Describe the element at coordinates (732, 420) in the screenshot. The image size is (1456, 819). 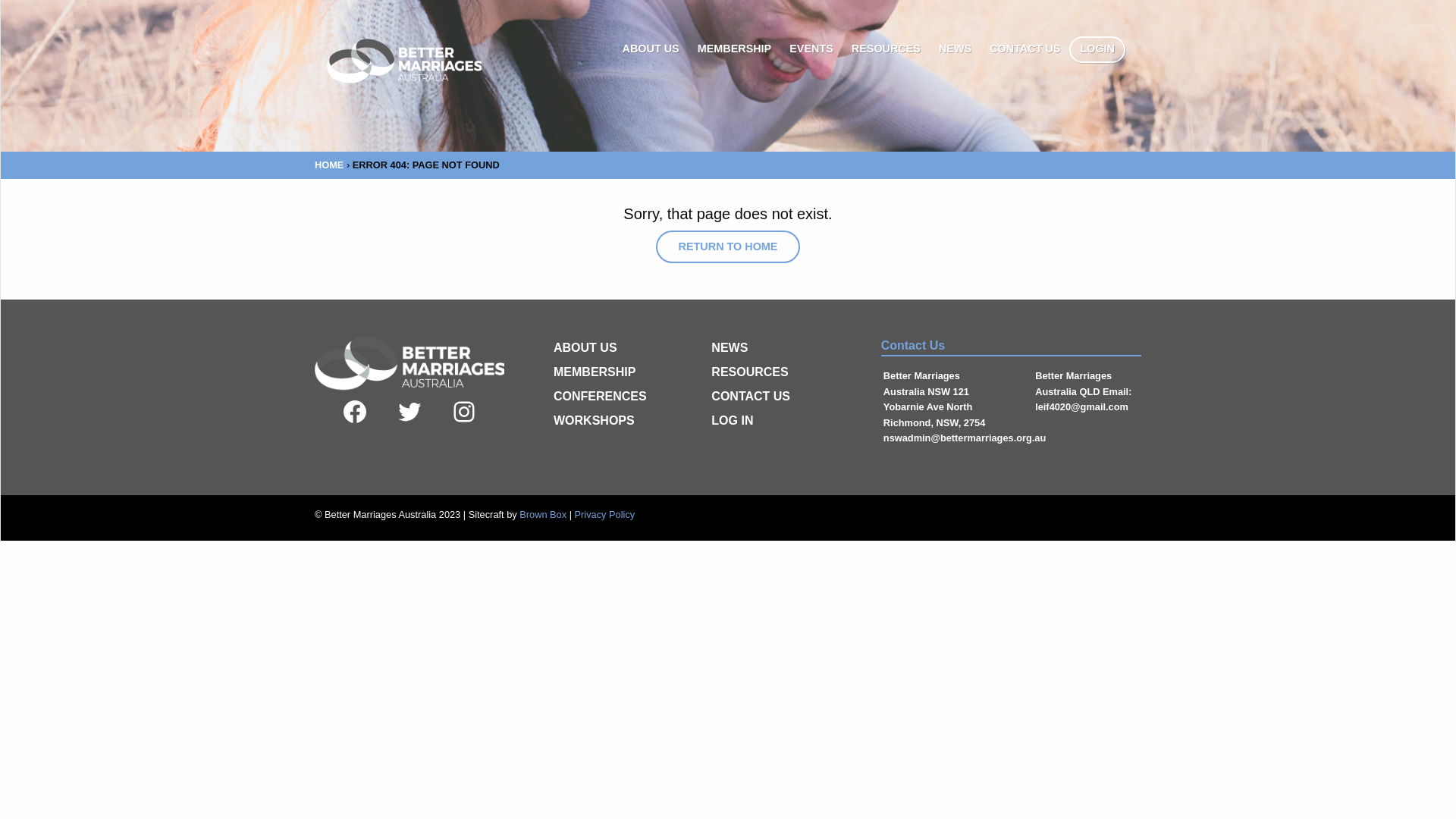
I see `'LOG IN'` at that location.